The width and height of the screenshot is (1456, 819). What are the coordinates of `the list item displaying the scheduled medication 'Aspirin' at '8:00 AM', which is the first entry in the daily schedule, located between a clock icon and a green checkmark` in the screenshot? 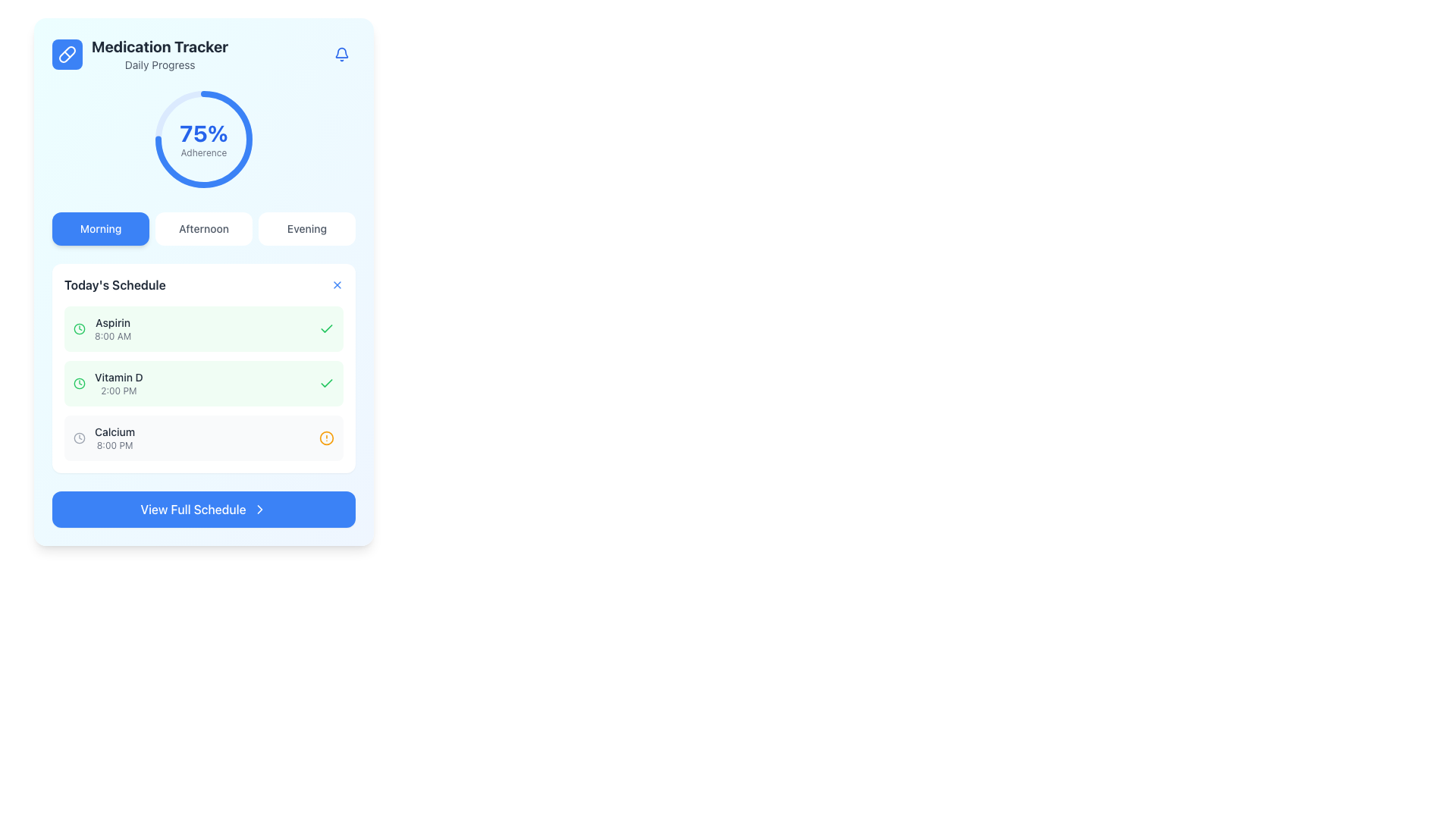 It's located at (102, 328).